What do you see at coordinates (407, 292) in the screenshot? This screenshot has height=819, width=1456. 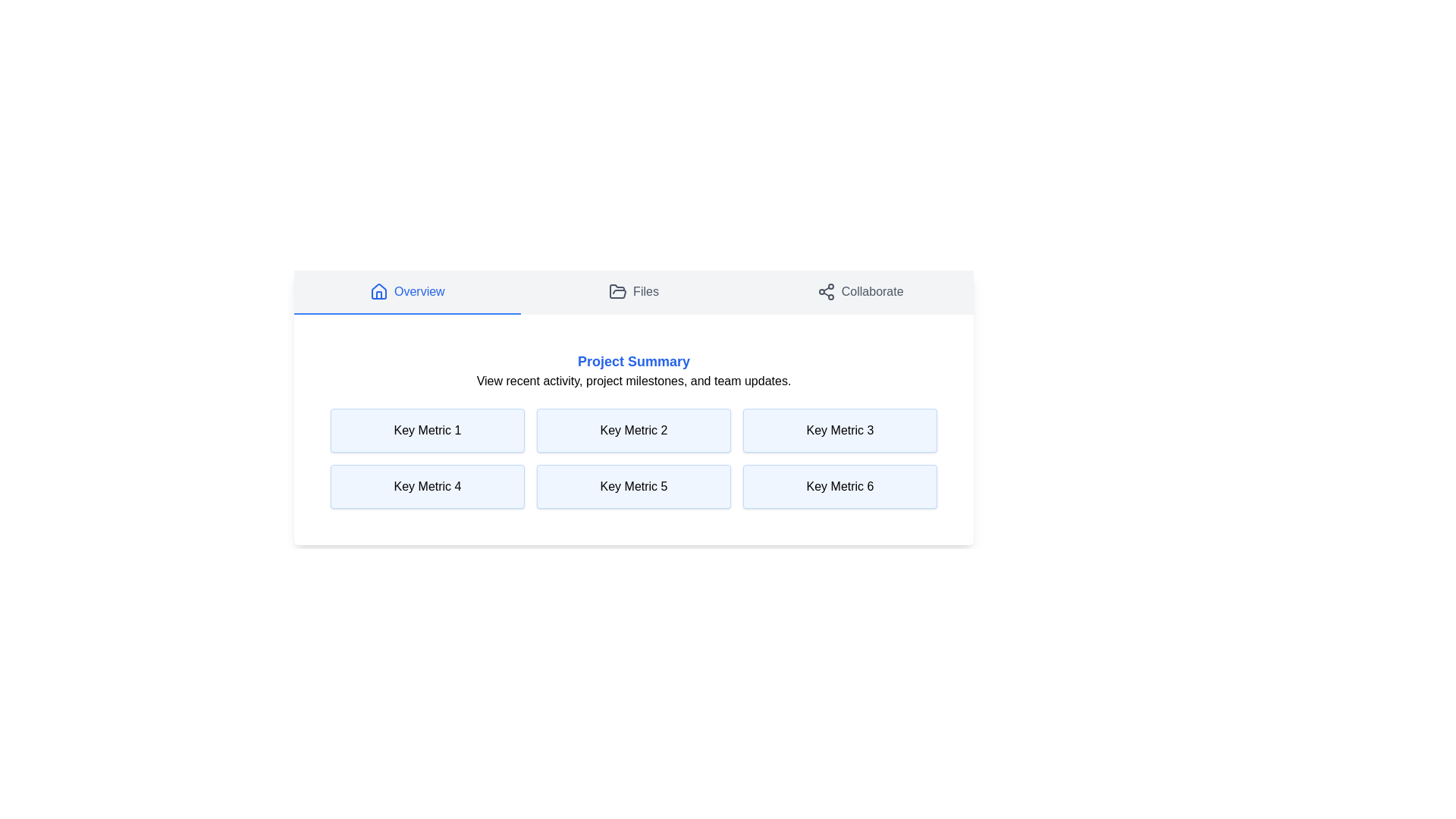 I see `the 'Overview' tab` at bounding box center [407, 292].